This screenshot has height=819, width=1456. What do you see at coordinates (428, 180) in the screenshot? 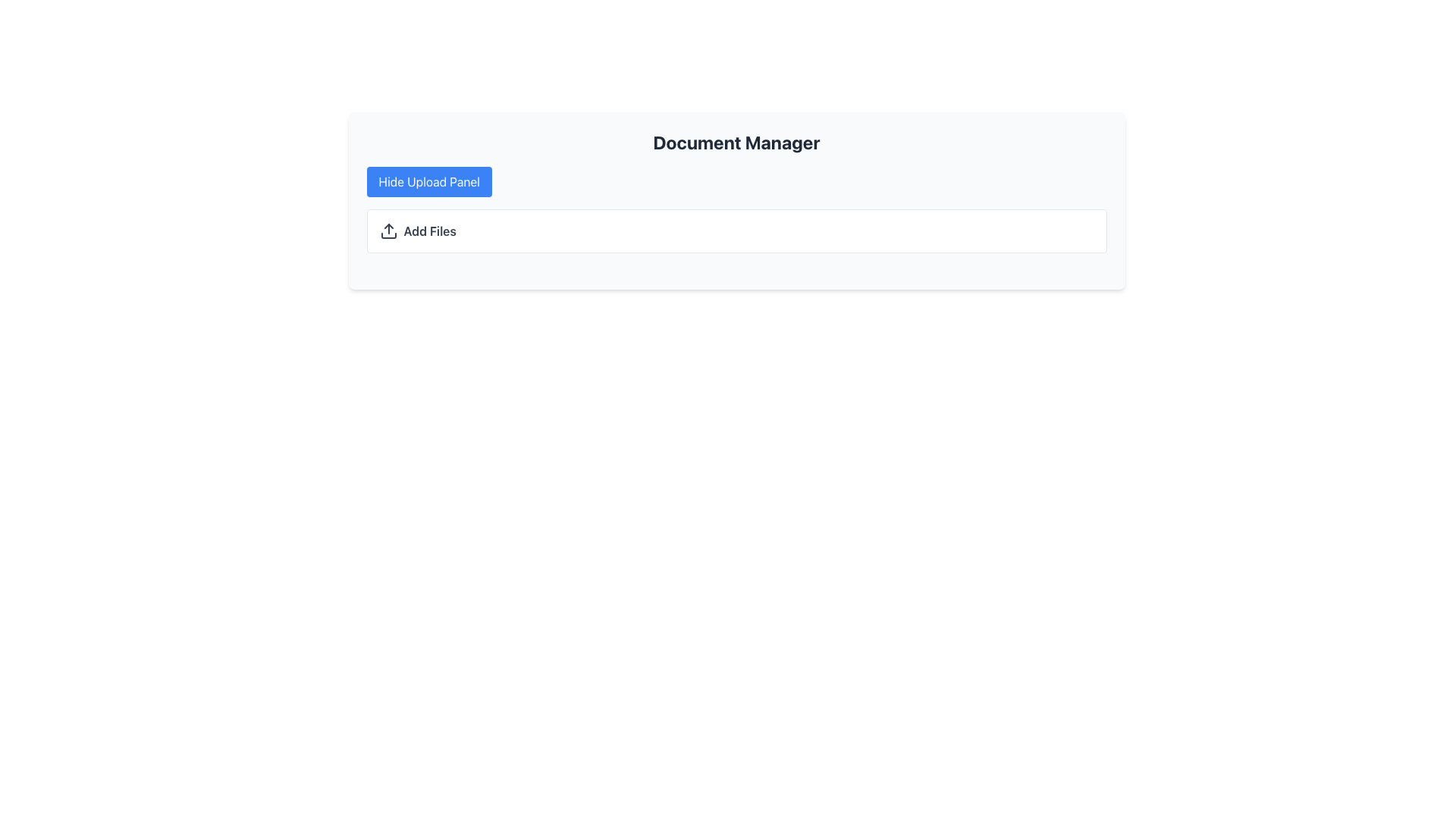
I see `the toggle button located near the top-left corner of the 'Document Manager' panel to hide the upload panel` at bounding box center [428, 180].